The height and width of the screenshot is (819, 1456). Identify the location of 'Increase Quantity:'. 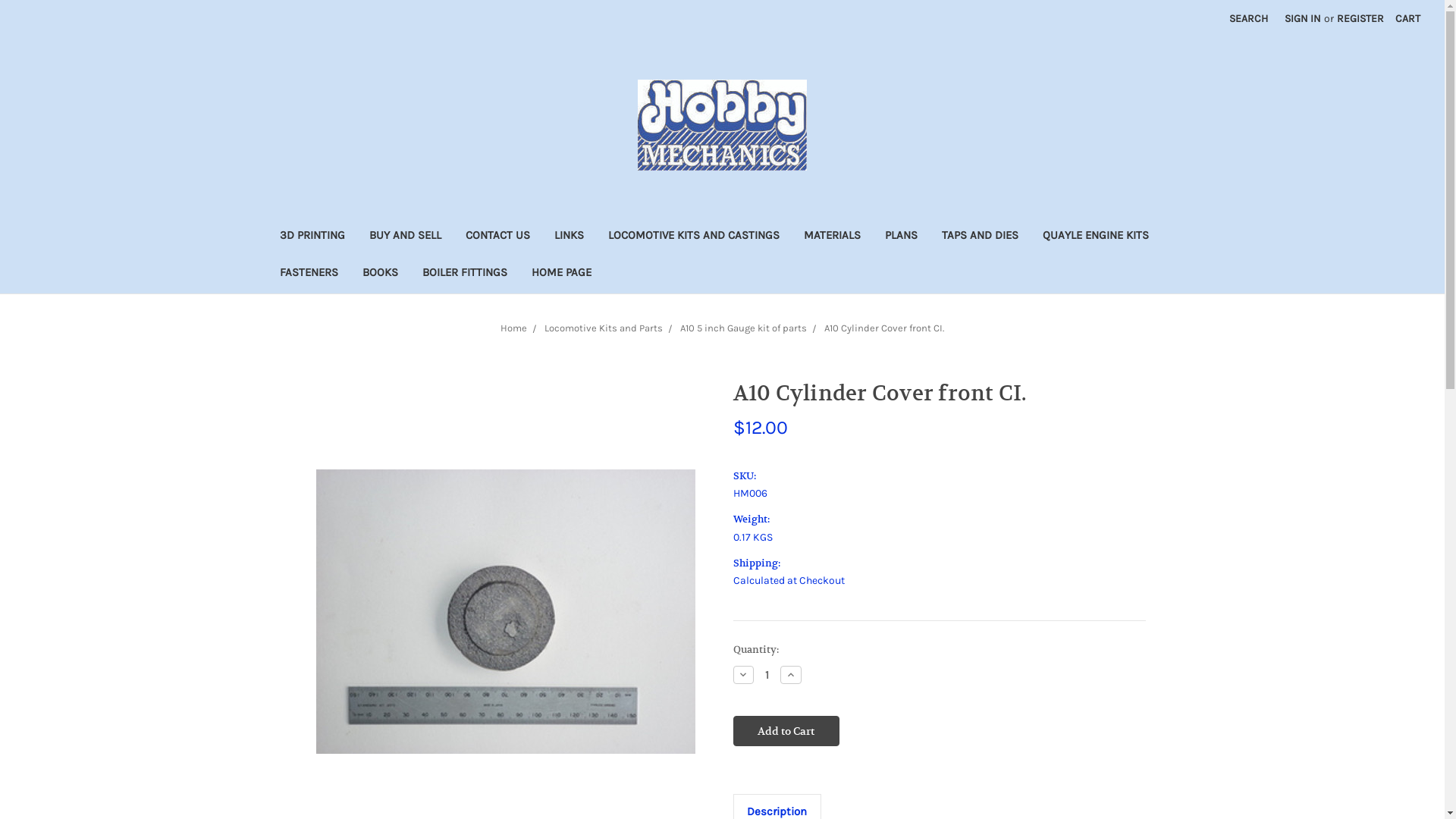
(789, 674).